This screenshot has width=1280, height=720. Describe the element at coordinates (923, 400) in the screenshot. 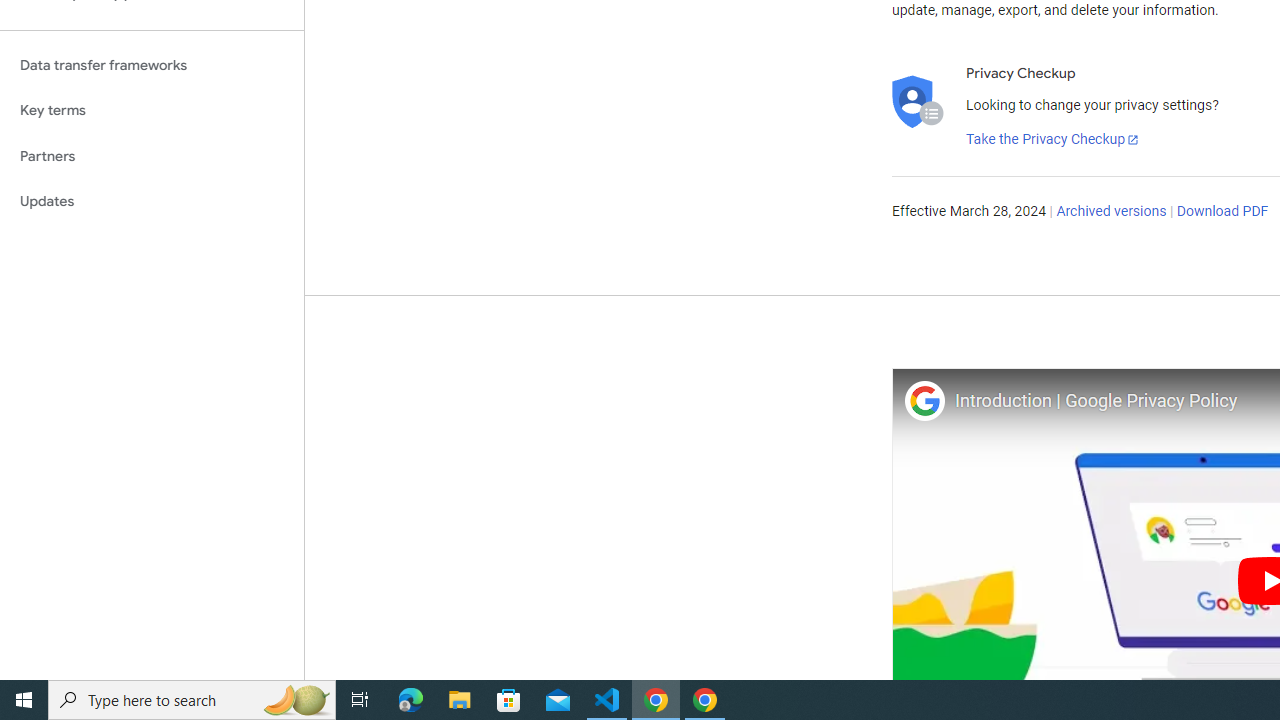

I see `'Photo image of Google'` at that location.